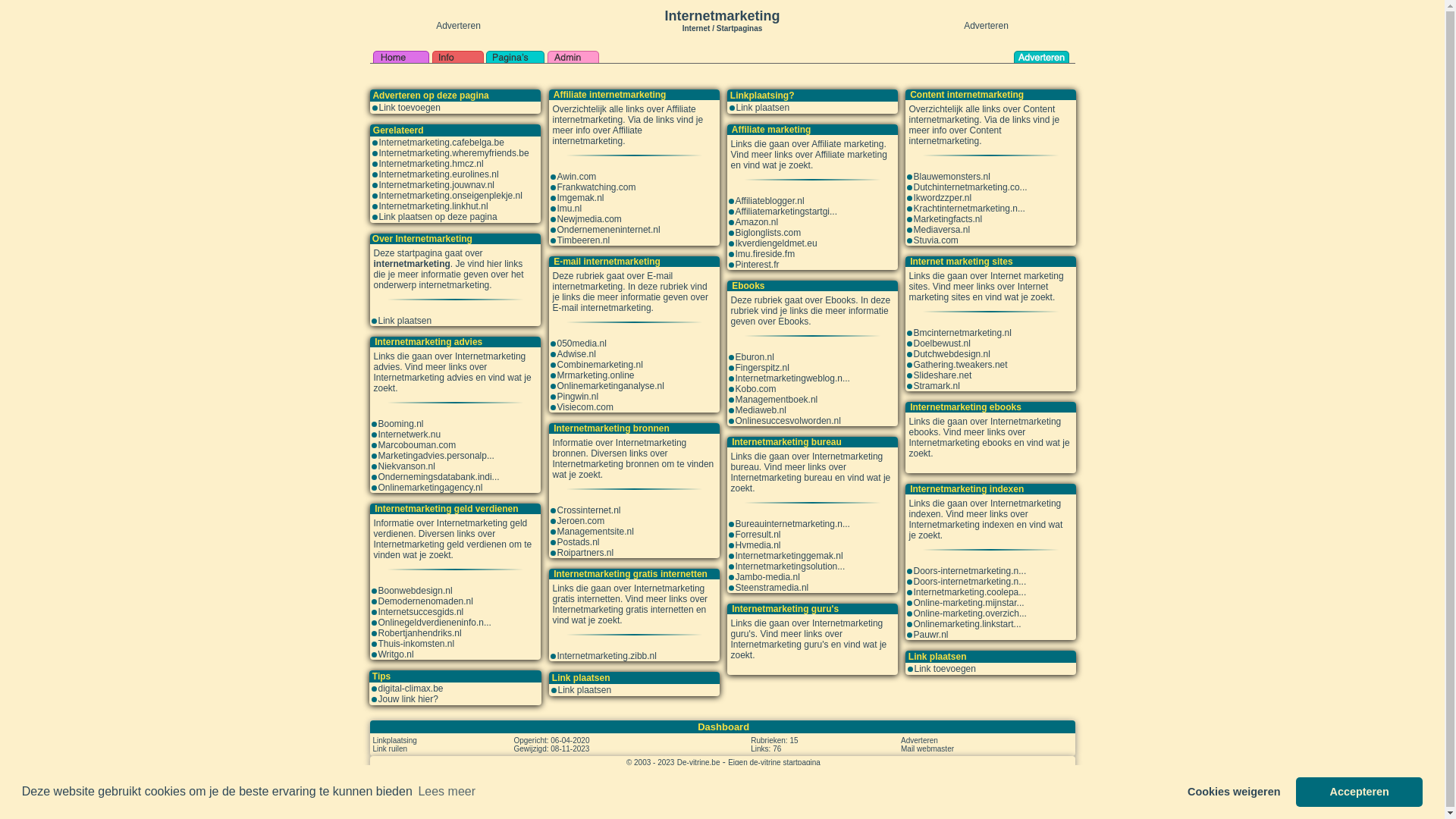 This screenshot has width=1456, height=819. I want to click on 'Link ruilen', so click(390, 748).